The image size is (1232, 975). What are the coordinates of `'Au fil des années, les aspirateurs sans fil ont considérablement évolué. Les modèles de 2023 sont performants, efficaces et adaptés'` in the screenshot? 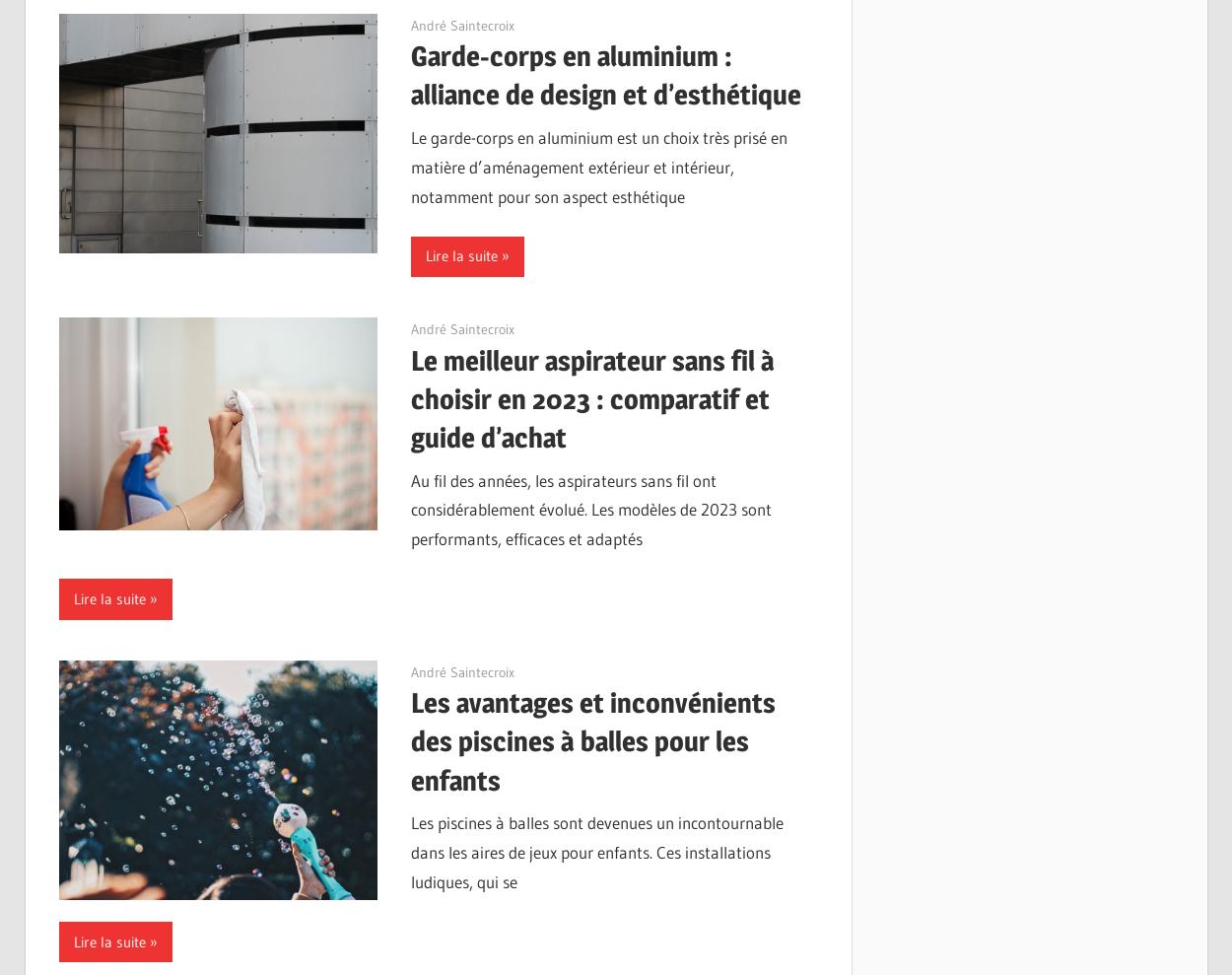 It's located at (590, 509).